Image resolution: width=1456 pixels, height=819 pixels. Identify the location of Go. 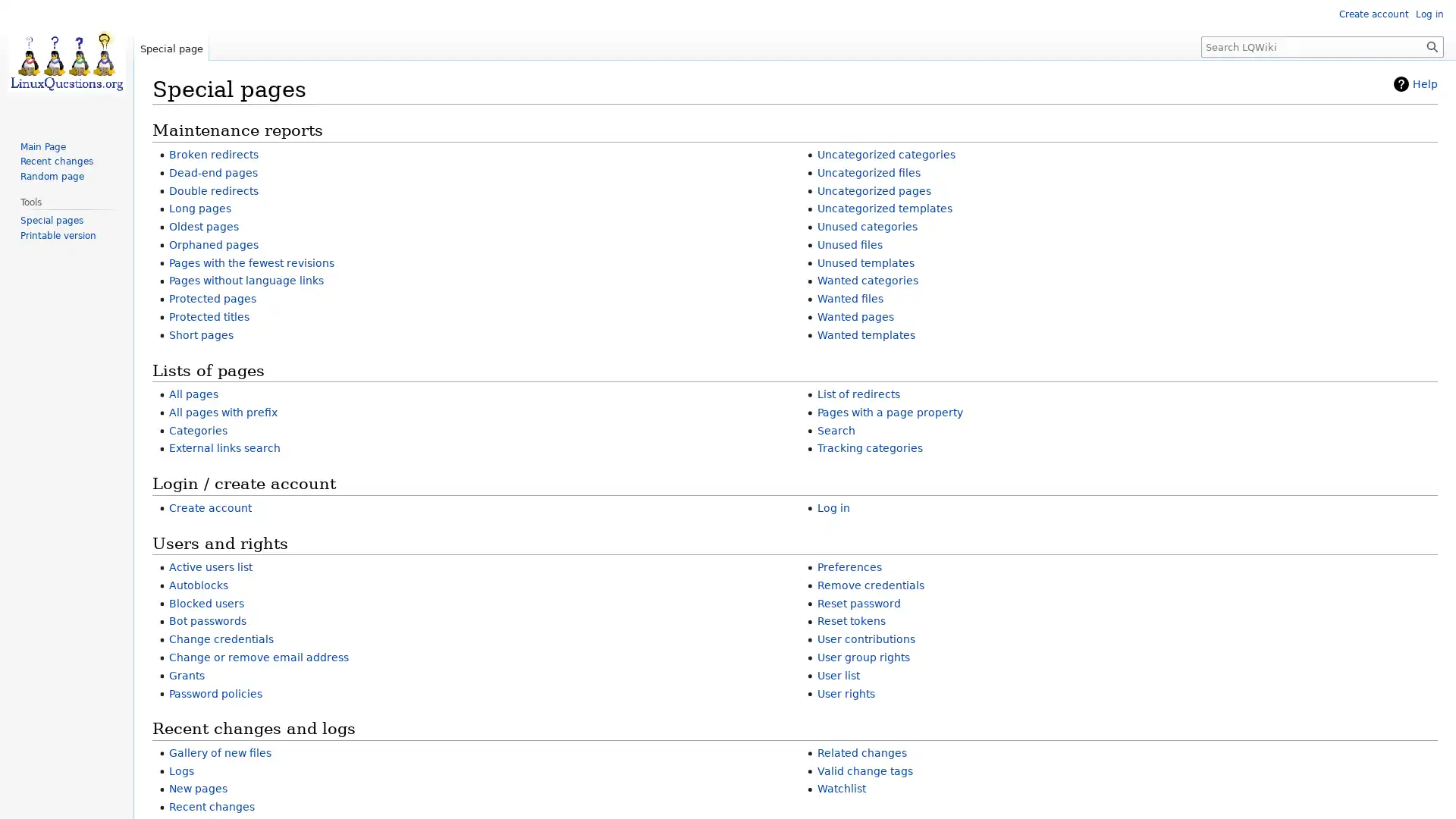
(1432, 45).